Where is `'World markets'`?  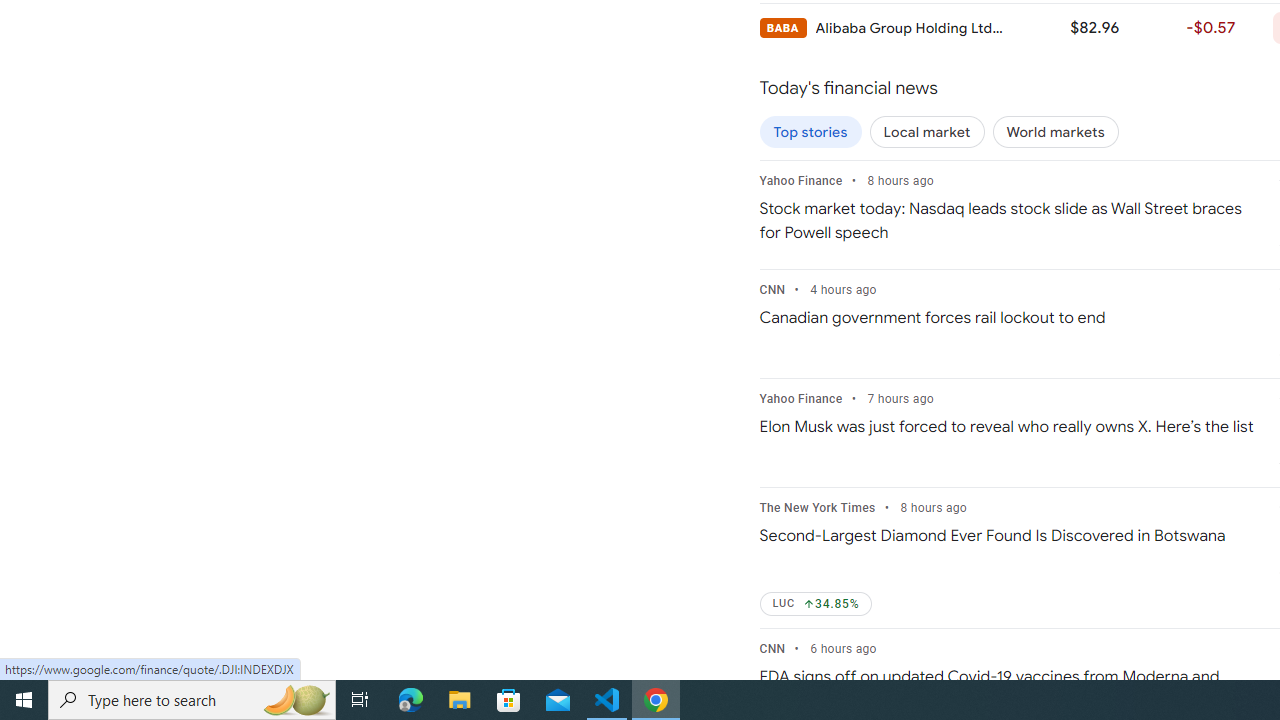 'World markets' is located at coordinates (1054, 132).